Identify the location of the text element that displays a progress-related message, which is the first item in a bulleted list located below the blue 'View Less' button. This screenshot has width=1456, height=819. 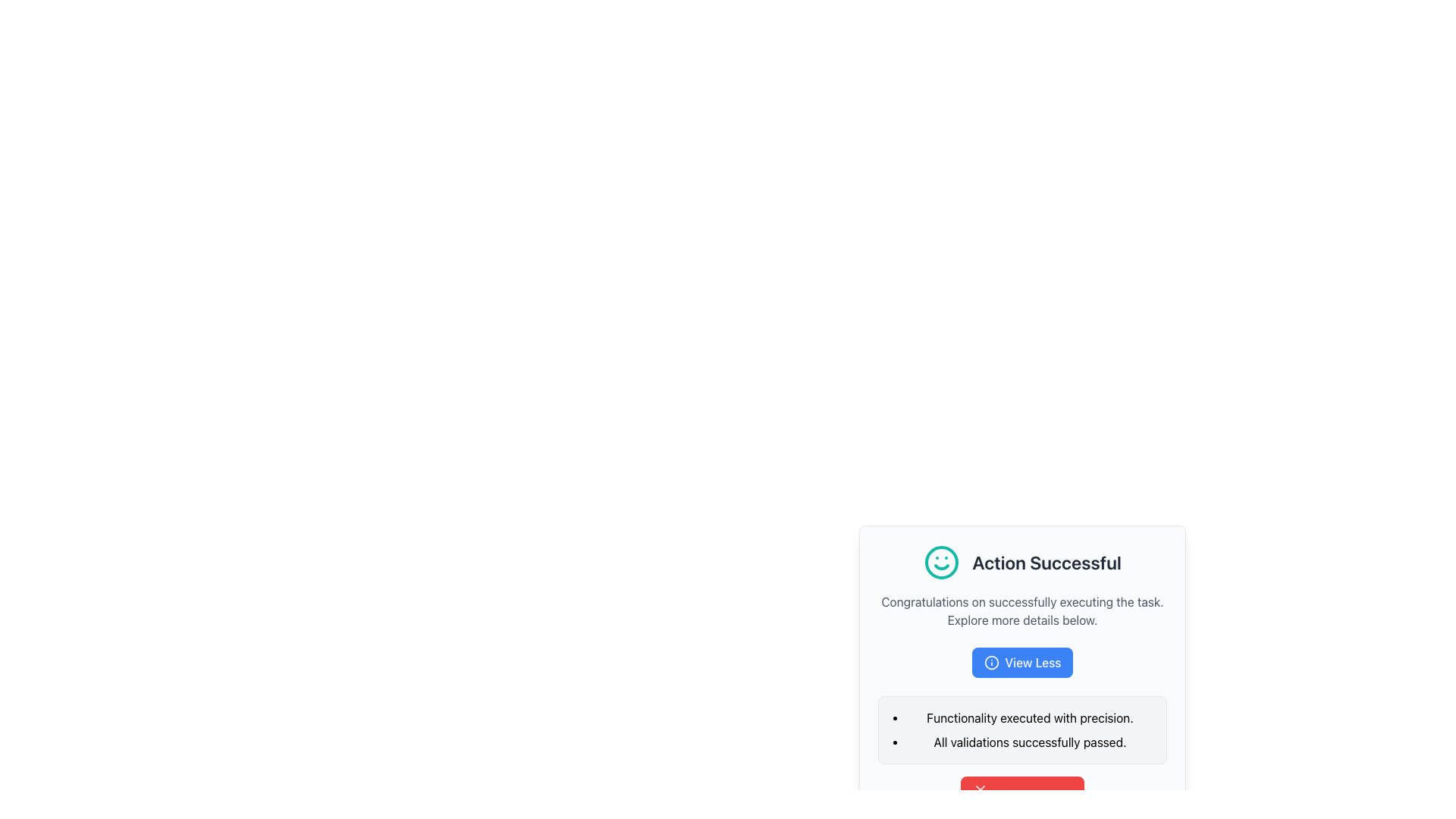
(1030, 717).